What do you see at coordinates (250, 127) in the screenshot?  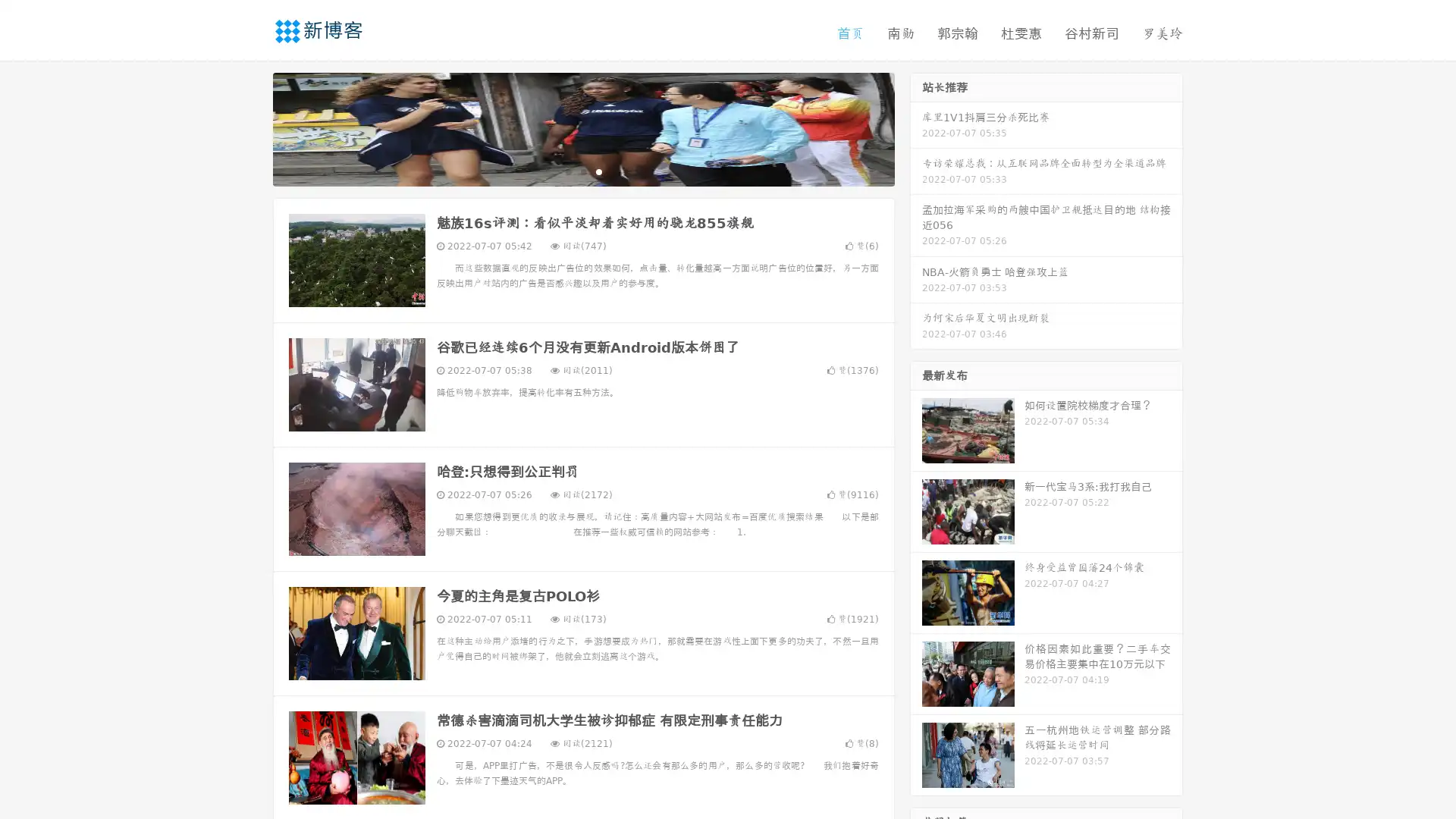 I see `Previous slide` at bounding box center [250, 127].